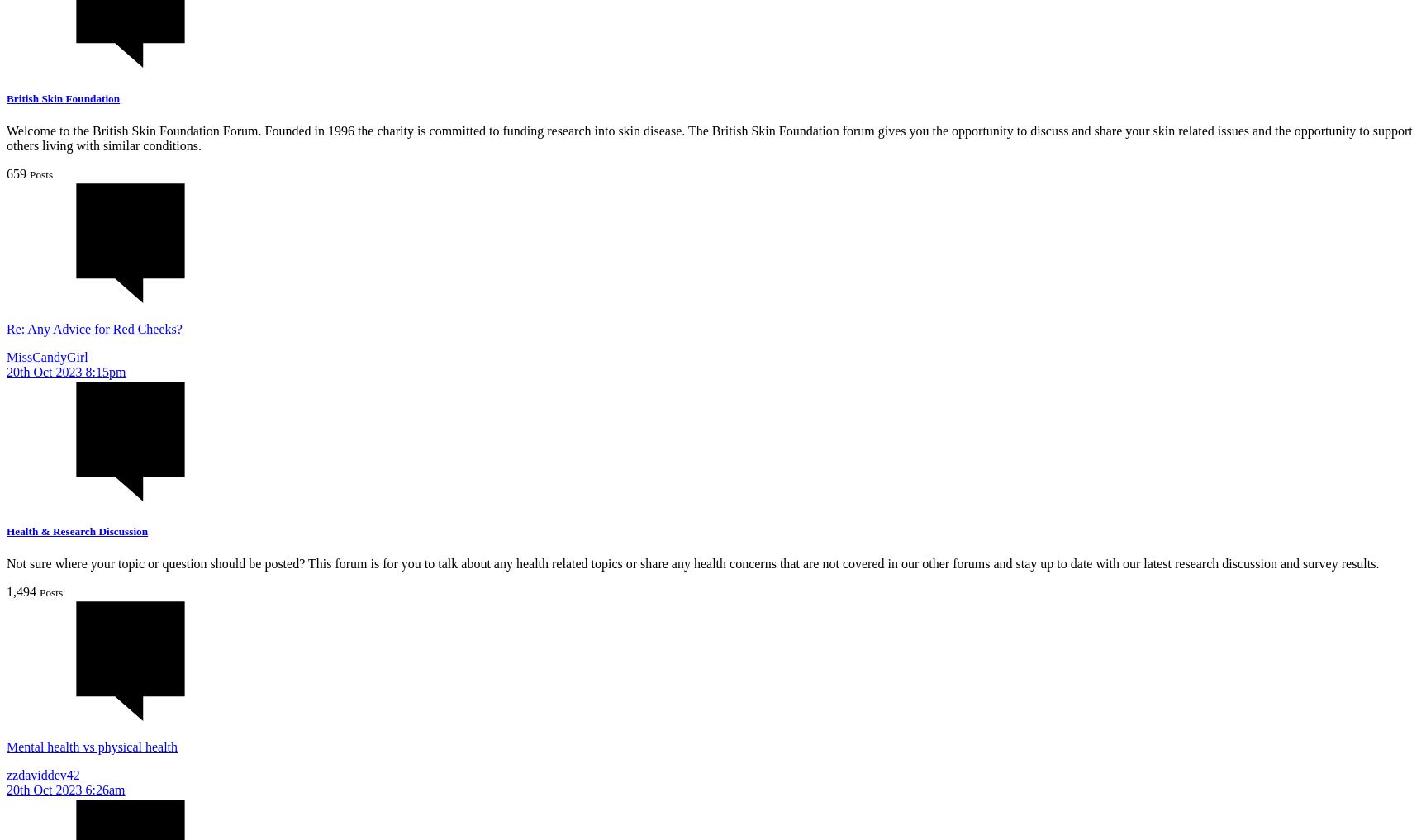 Image resolution: width=1426 pixels, height=840 pixels. Describe the element at coordinates (76, 530) in the screenshot. I see `'Health & Research Discussion'` at that location.